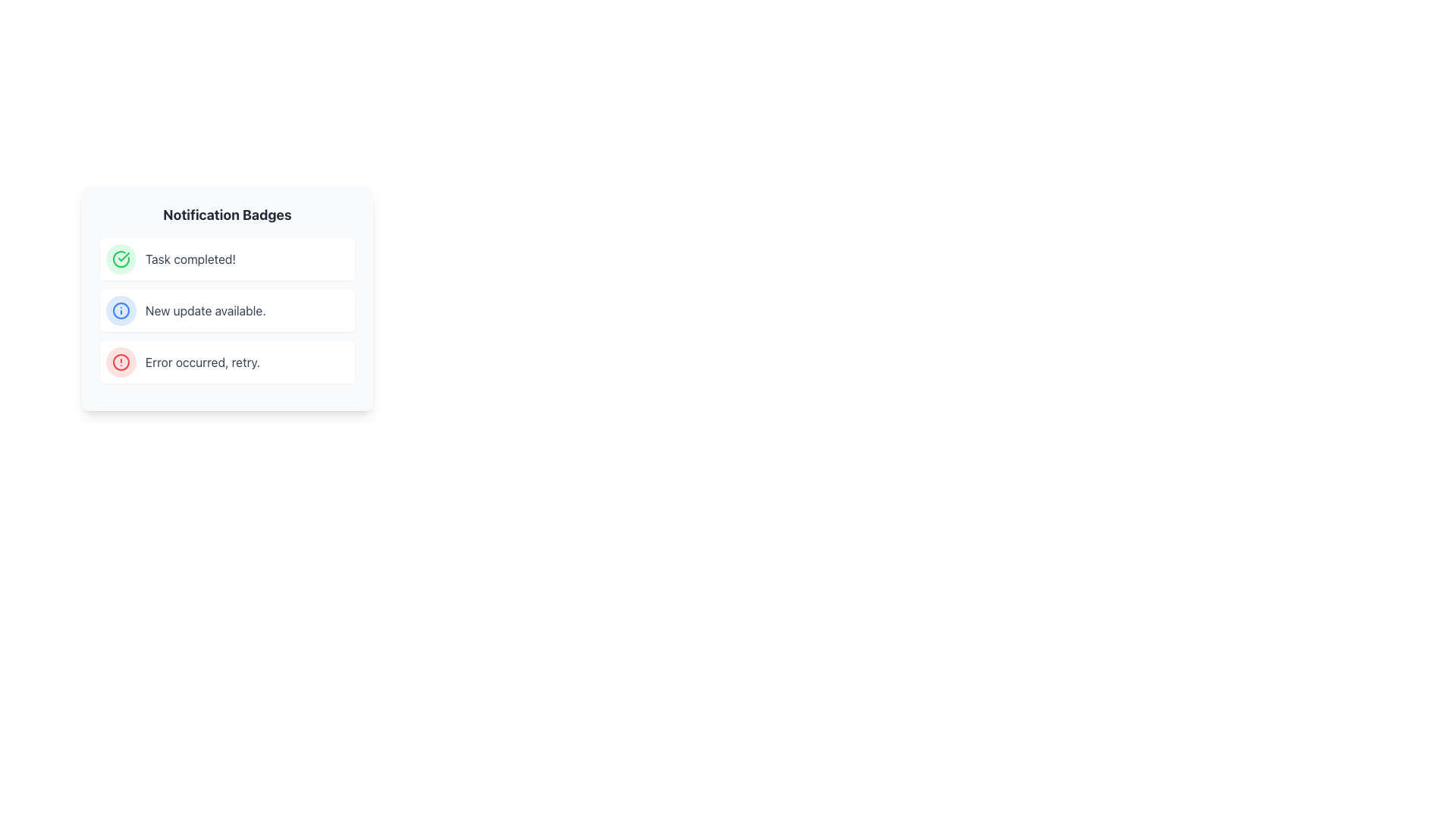 The height and width of the screenshot is (819, 1456). I want to click on the circular green checkmark icon, which represents success, located, so click(120, 259).